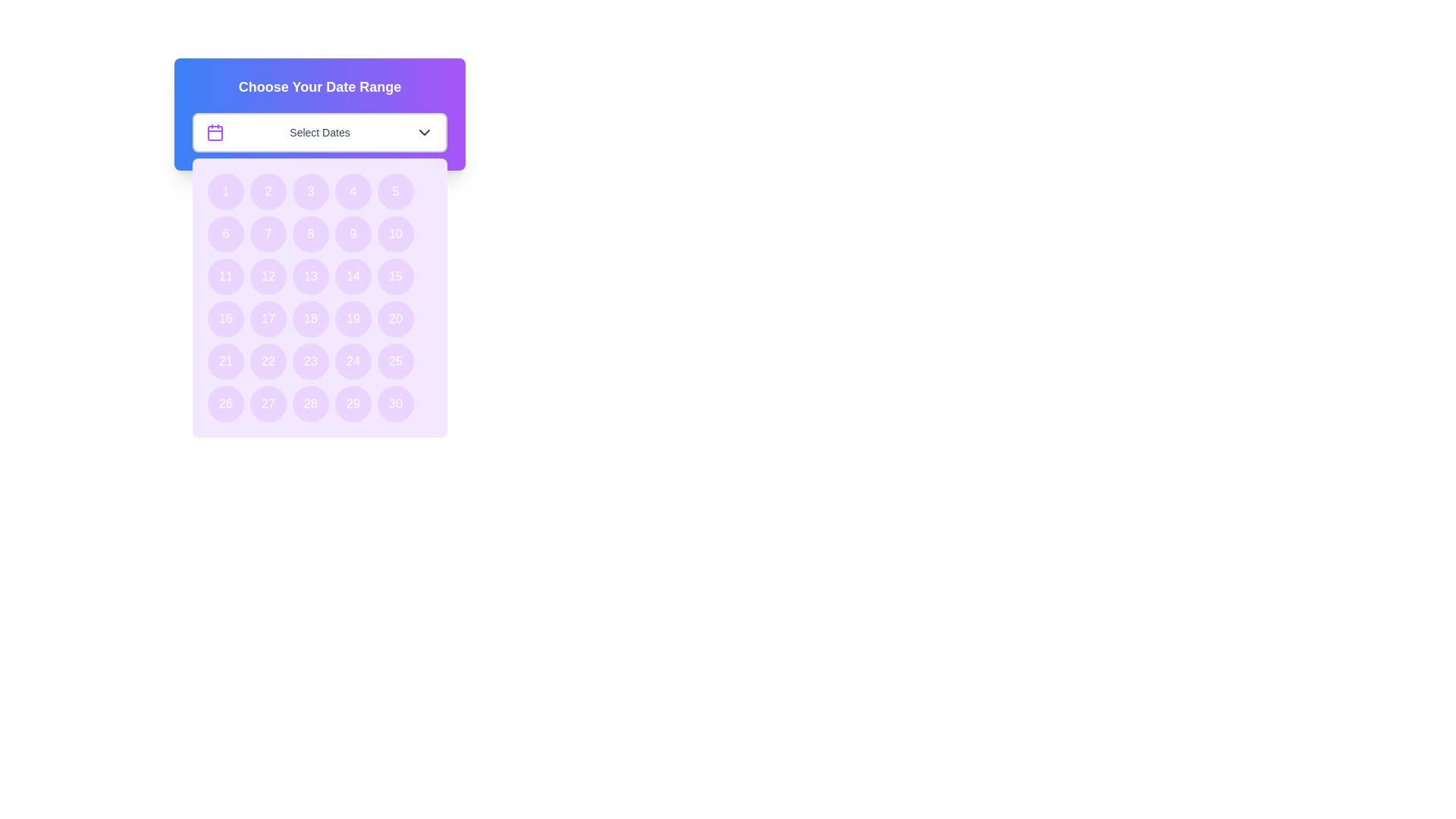 This screenshot has height=819, width=1456. What do you see at coordinates (396, 403) in the screenshot?
I see `the circular button with a light purple background and the number '30' displayed at its center` at bounding box center [396, 403].